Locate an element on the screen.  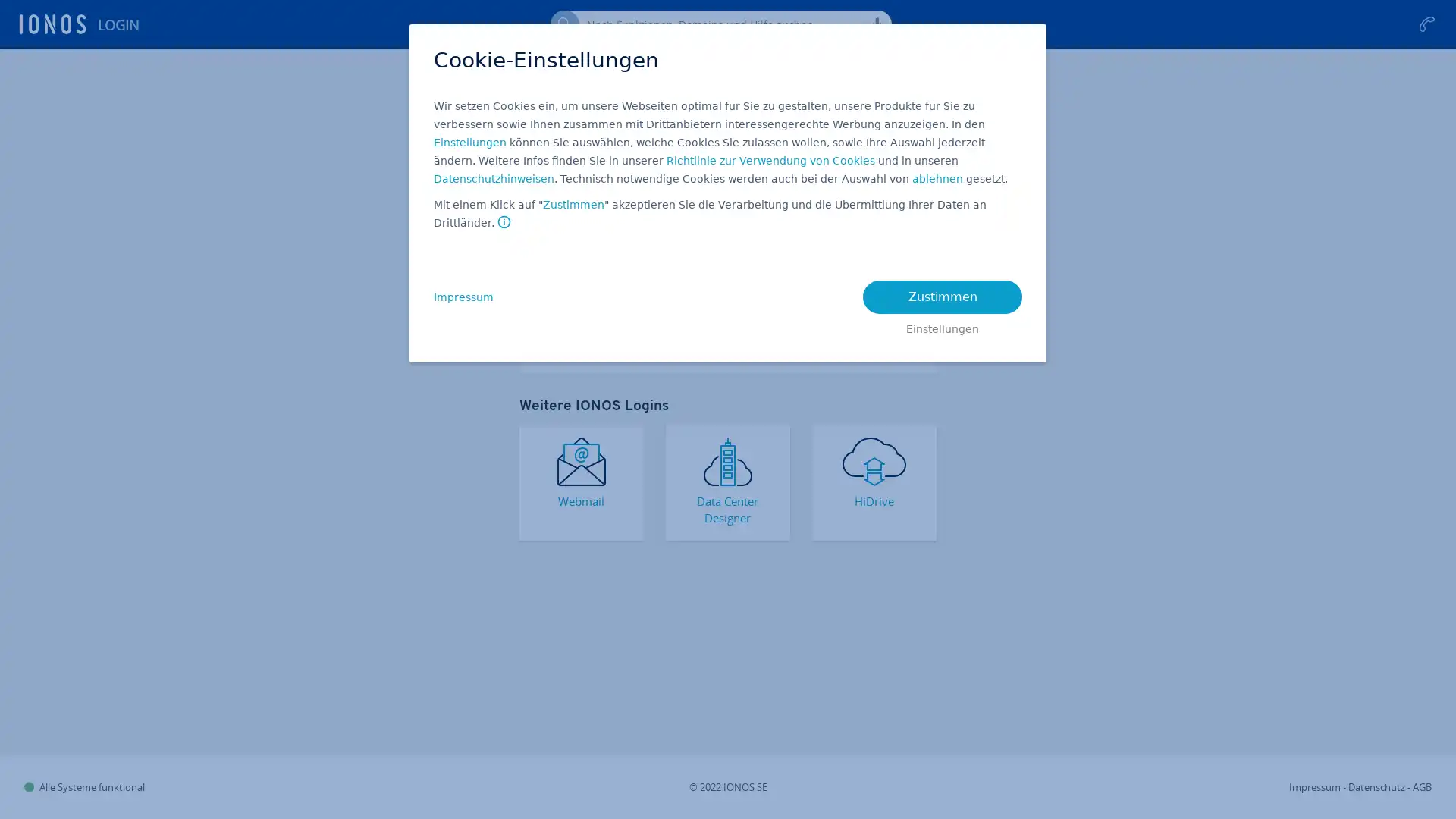
Weiter is located at coordinates (728, 245).